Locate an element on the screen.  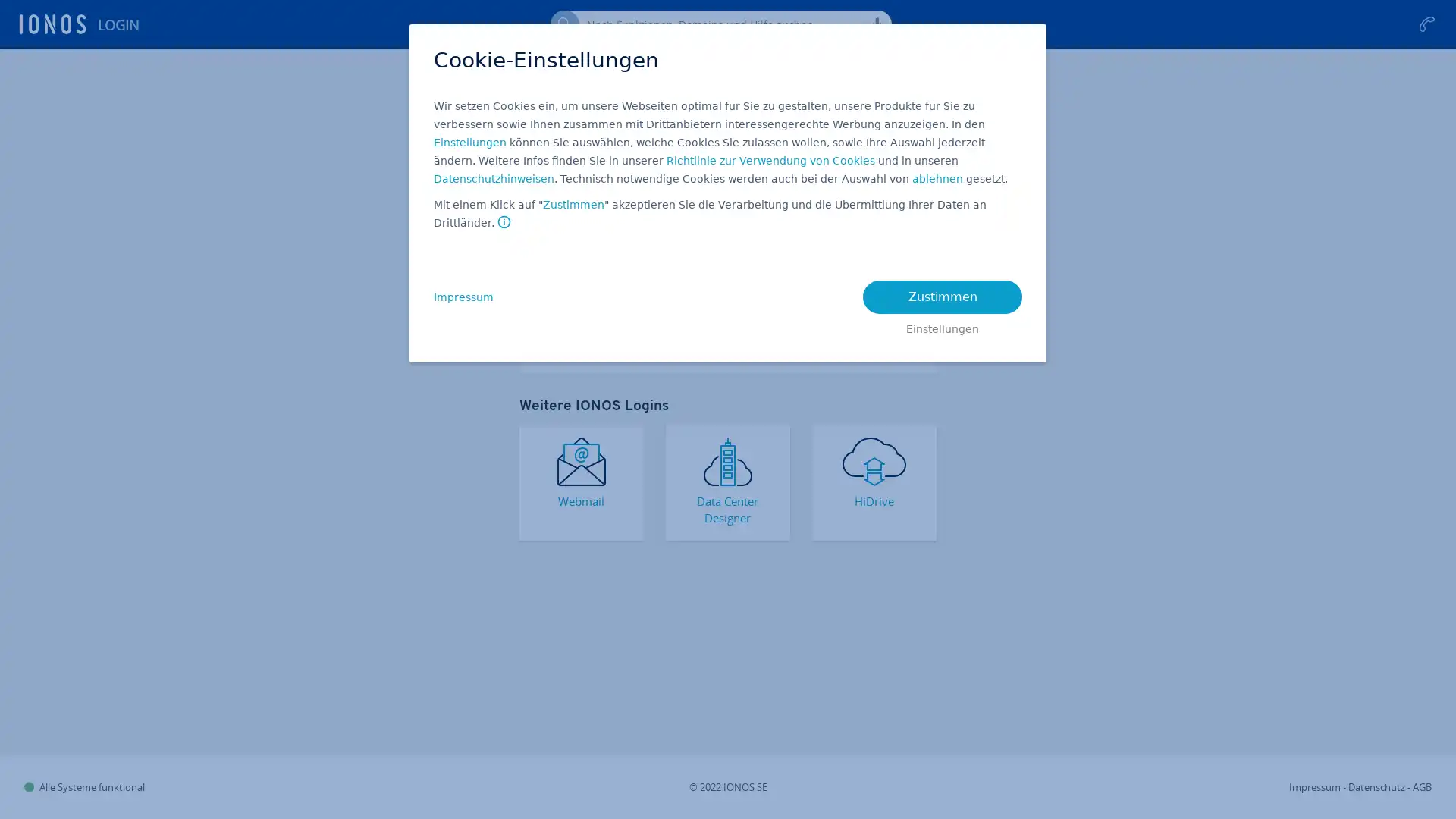
Weiter is located at coordinates (728, 245).